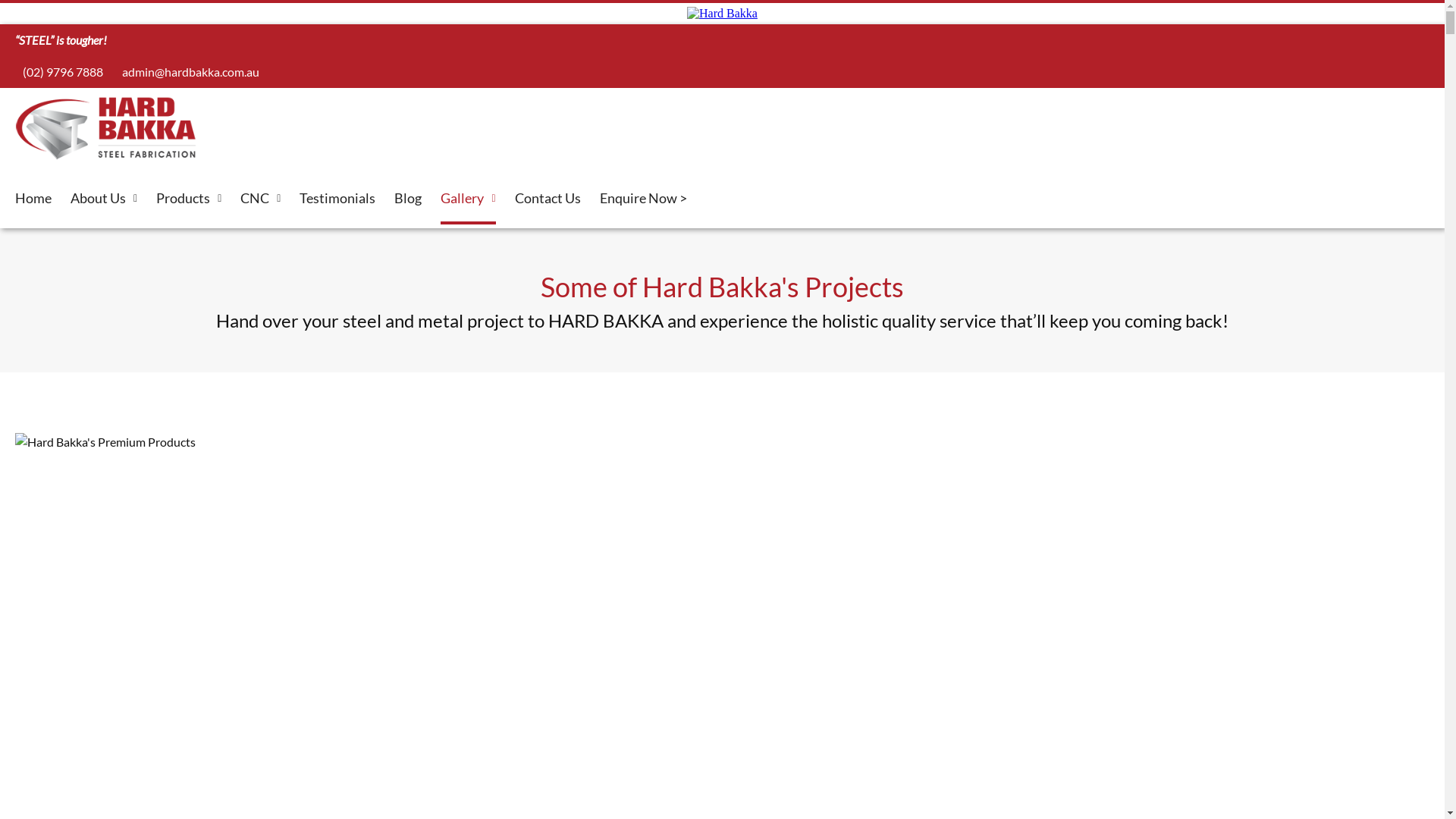 The image size is (1456, 819). What do you see at coordinates (260, 199) in the screenshot?
I see `'CNC'` at bounding box center [260, 199].